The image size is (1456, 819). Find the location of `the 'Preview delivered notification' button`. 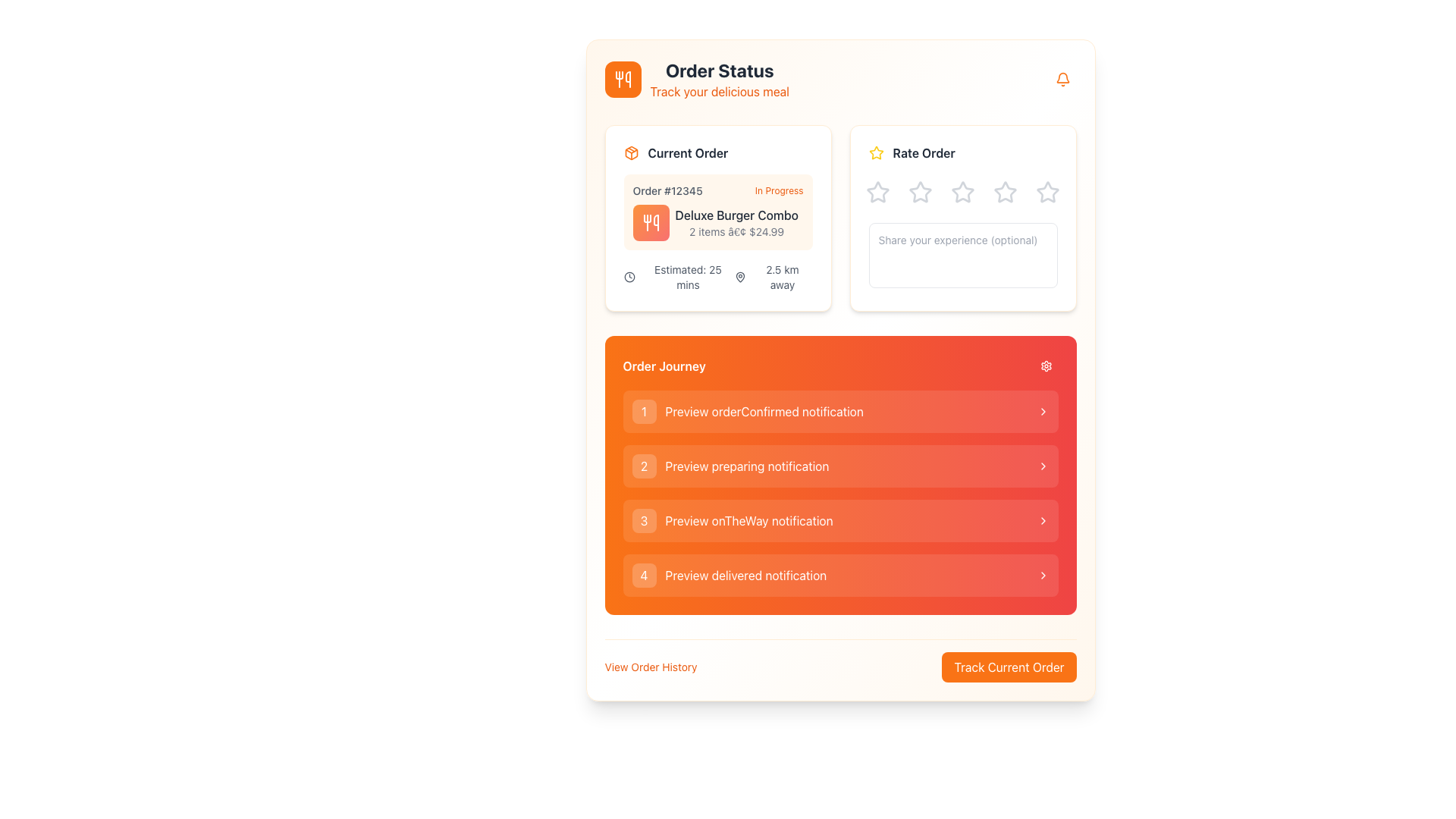

the 'Preview delivered notification' button is located at coordinates (839, 576).